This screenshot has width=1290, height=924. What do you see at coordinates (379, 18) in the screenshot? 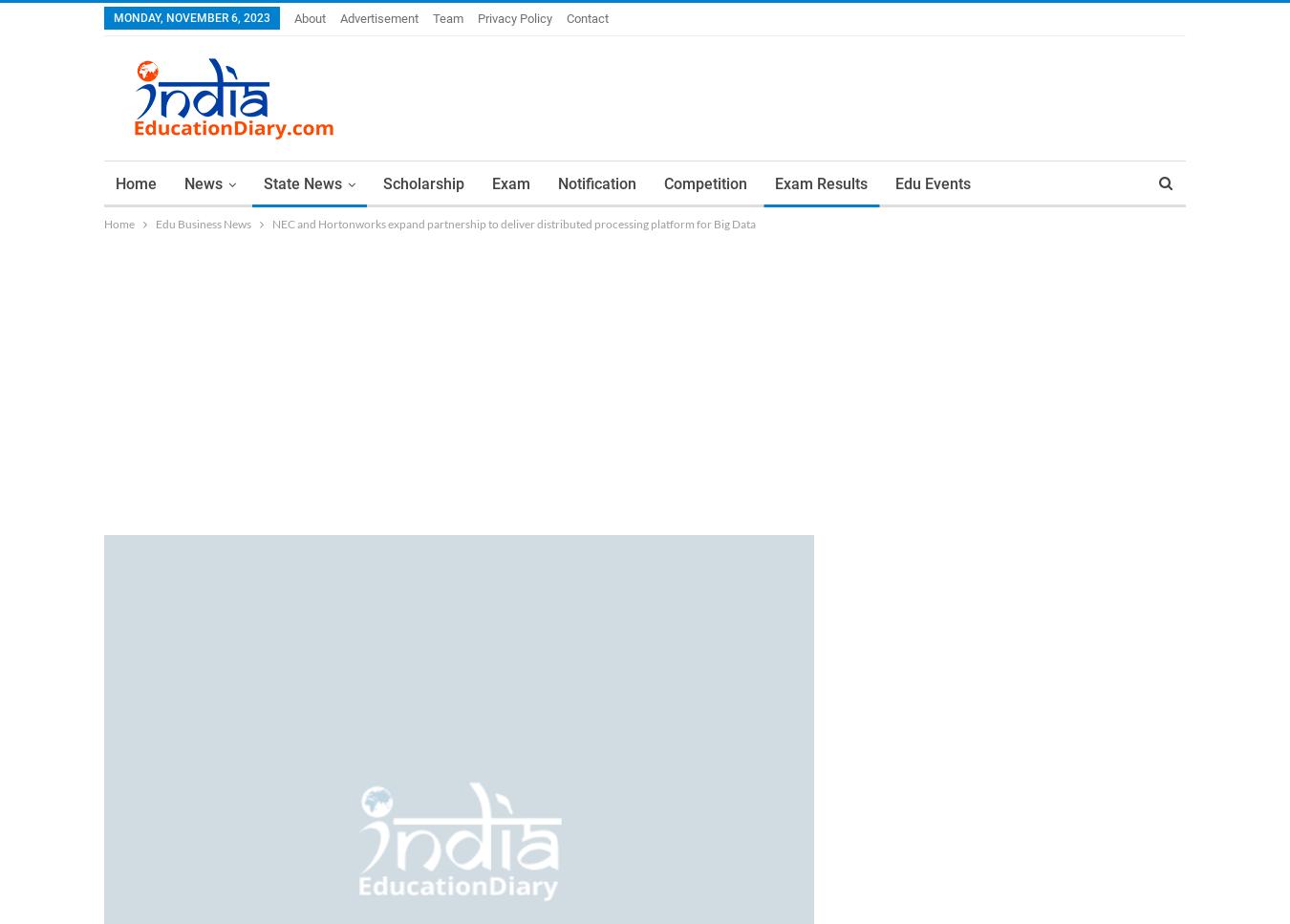
I see `'Advertisement'` at bounding box center [379, 18].